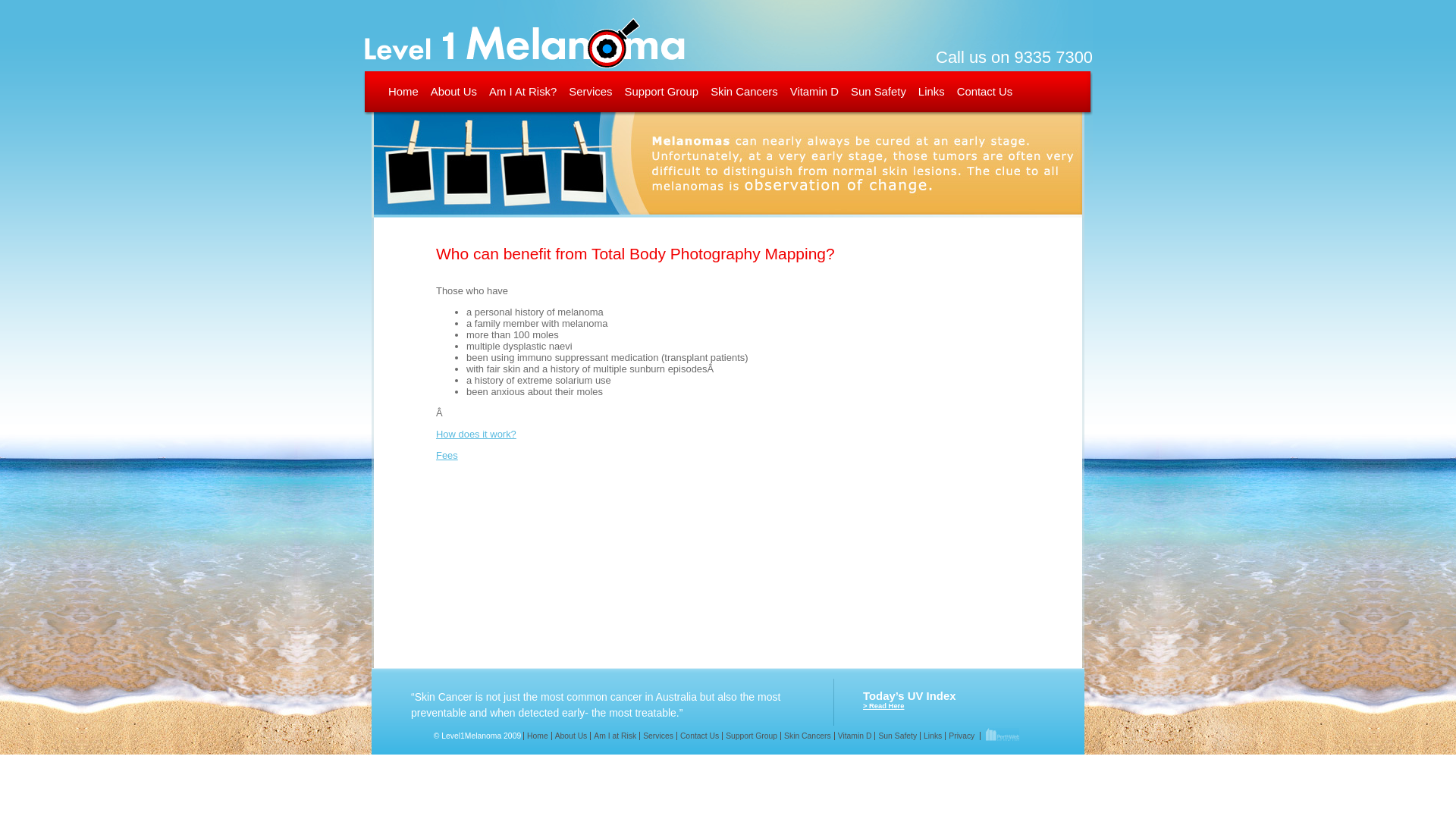 This screenshot has height=819, width=1456. I want to click on 'Contact Us', so click(985, 91).